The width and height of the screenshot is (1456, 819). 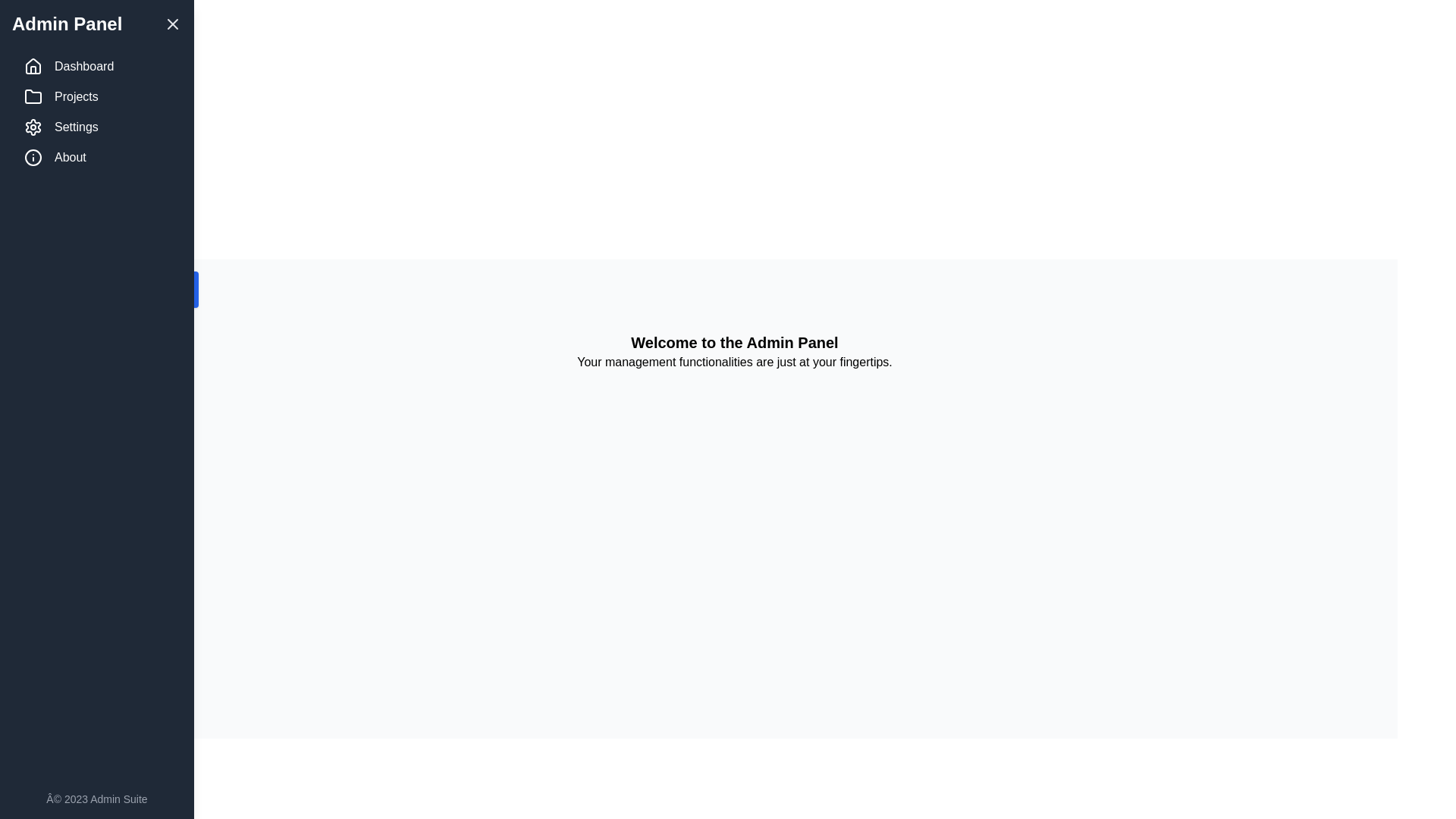 What do you see at coordinates (33, 66) in the screenshot?
I see `the stylized house icon located in the left sidebar under the 'Dashboard' menu item` at bounding box center [33, 66].